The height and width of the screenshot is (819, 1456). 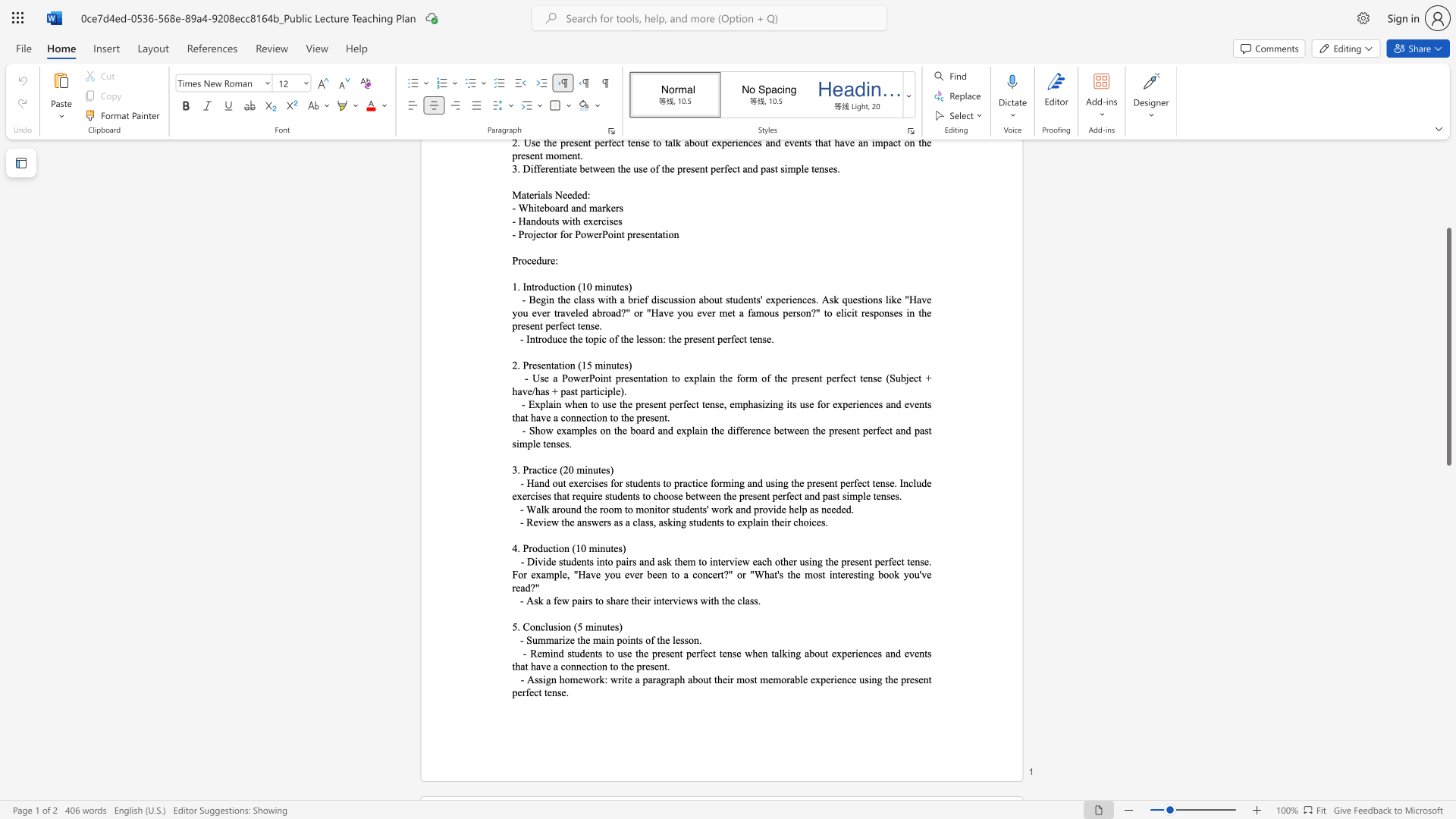 What do you see at coordinates (1448, 347) in the screenshot?
I see `the scrollbar and move down 710 pixels` at bounding box center [1448, 347].